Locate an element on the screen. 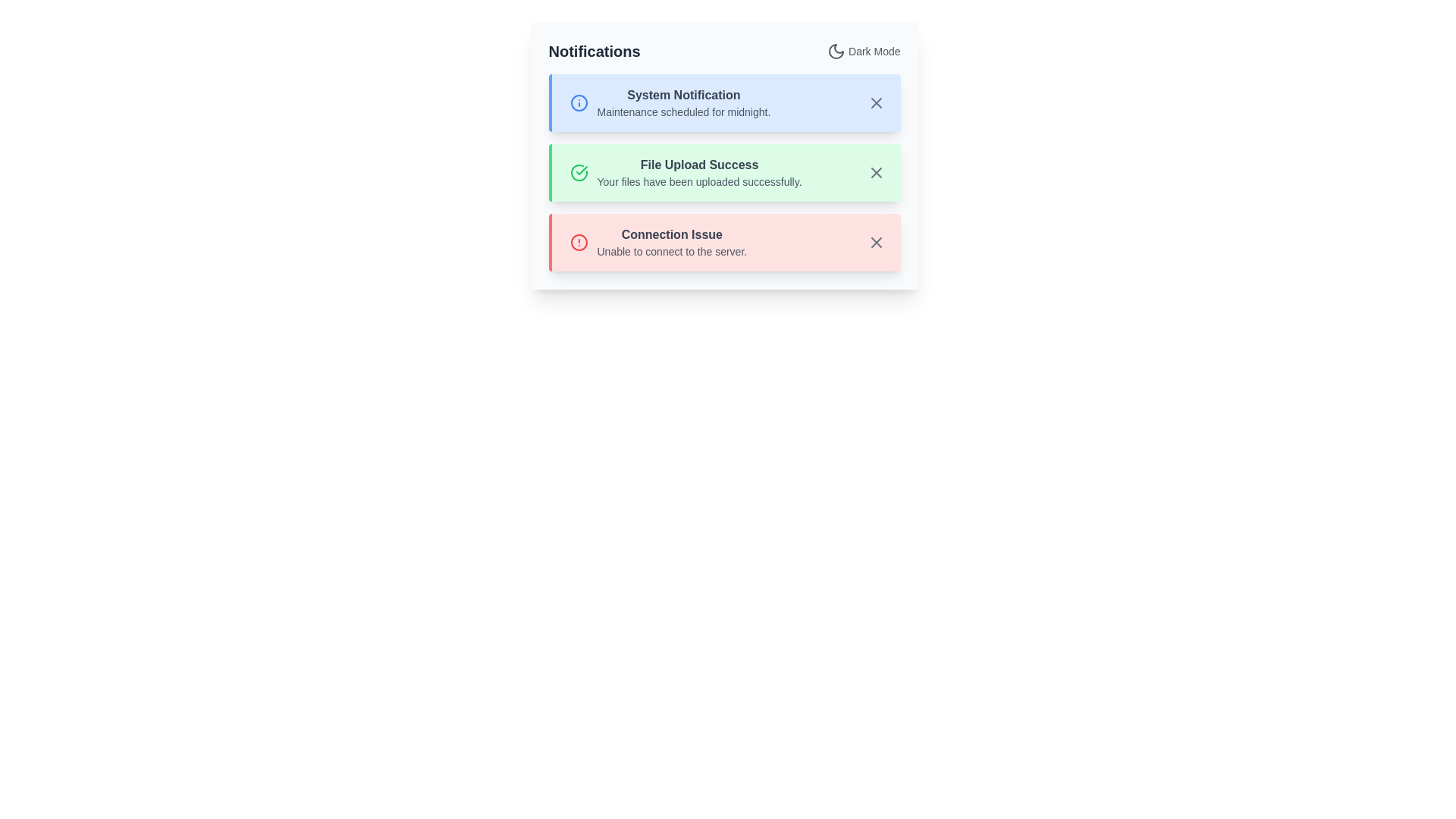 The image size is (1456, 819). the close button in the top-right corner of the 'File Upload Success' notification card is located at coordinates (876, 171).